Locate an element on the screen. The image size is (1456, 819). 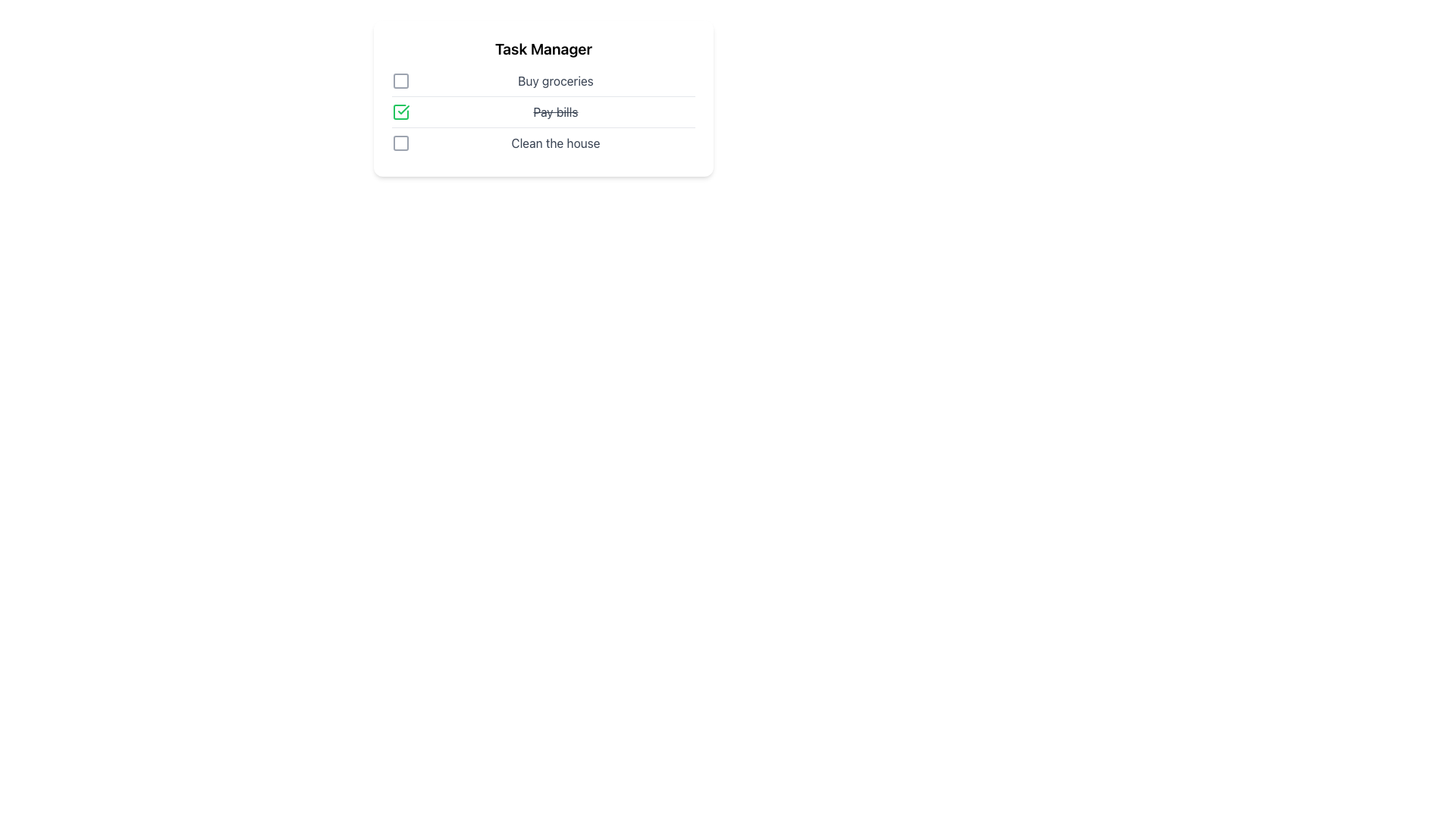
the completed task labeled 'Pay bills' is located at coordinates (543, 114).